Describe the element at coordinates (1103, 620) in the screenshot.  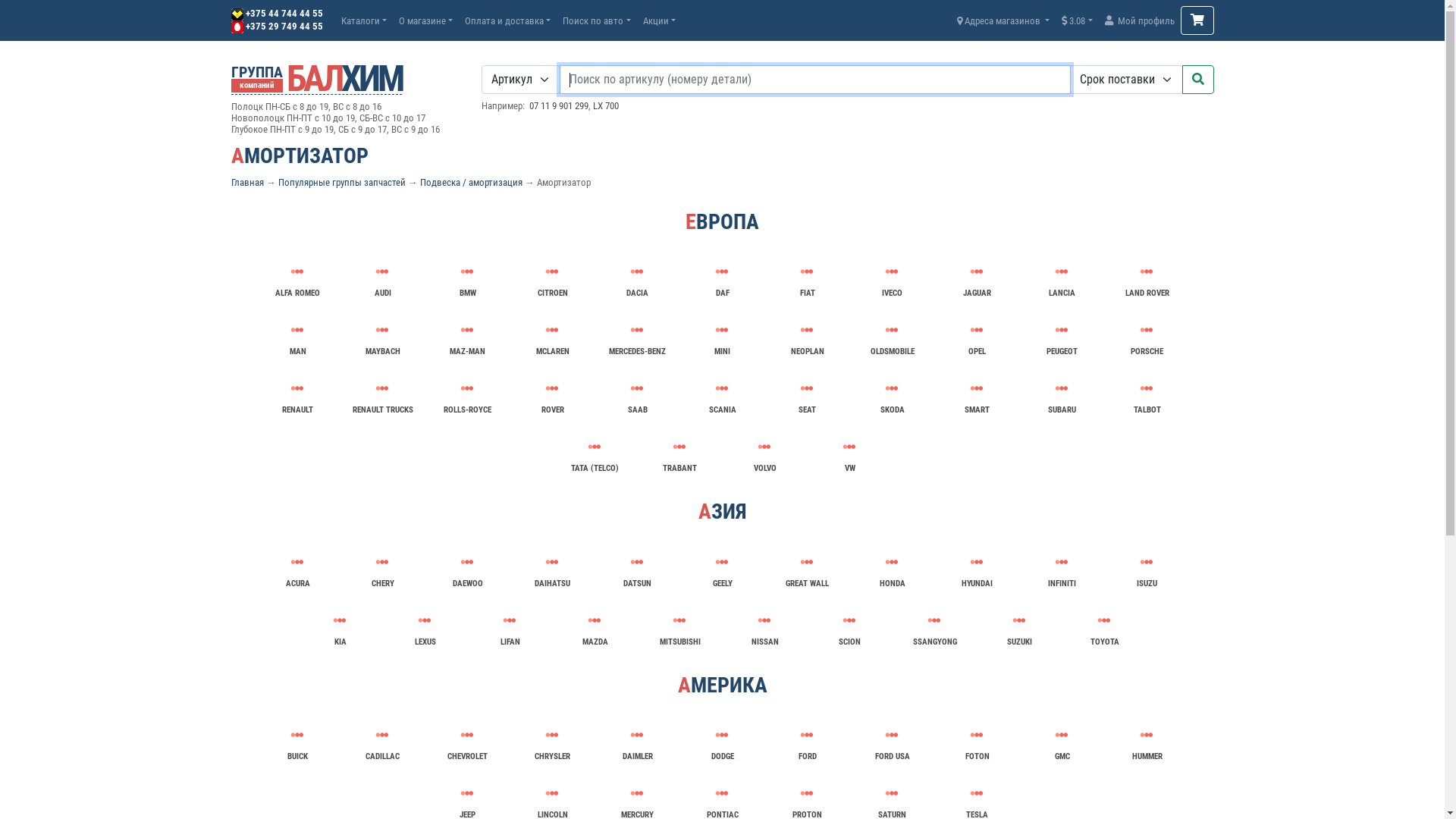
I see `'TOYOTA'` at that location.